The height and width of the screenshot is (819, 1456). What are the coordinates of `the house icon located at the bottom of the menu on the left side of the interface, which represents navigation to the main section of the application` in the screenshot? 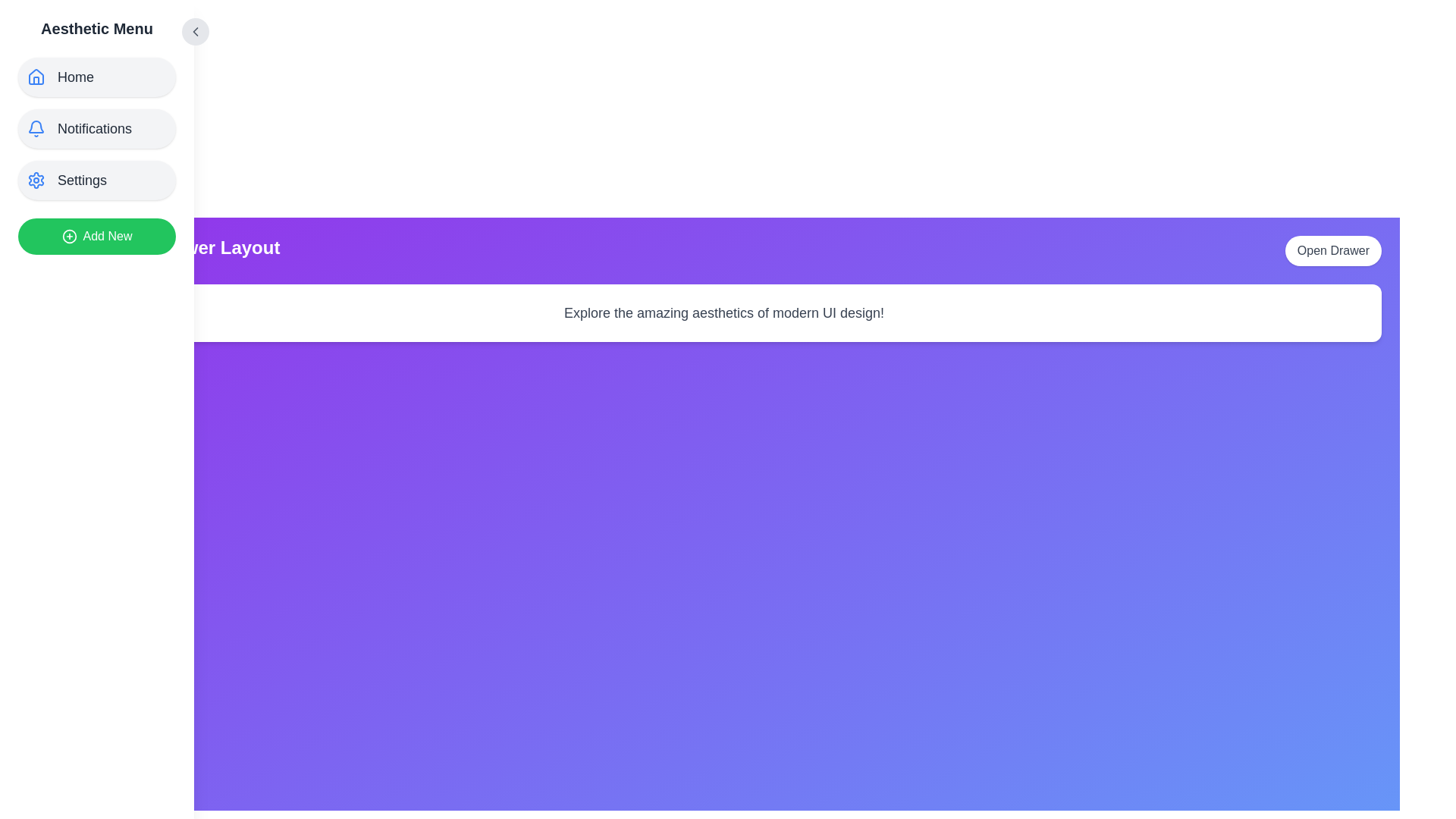 It's located at (36, 80).